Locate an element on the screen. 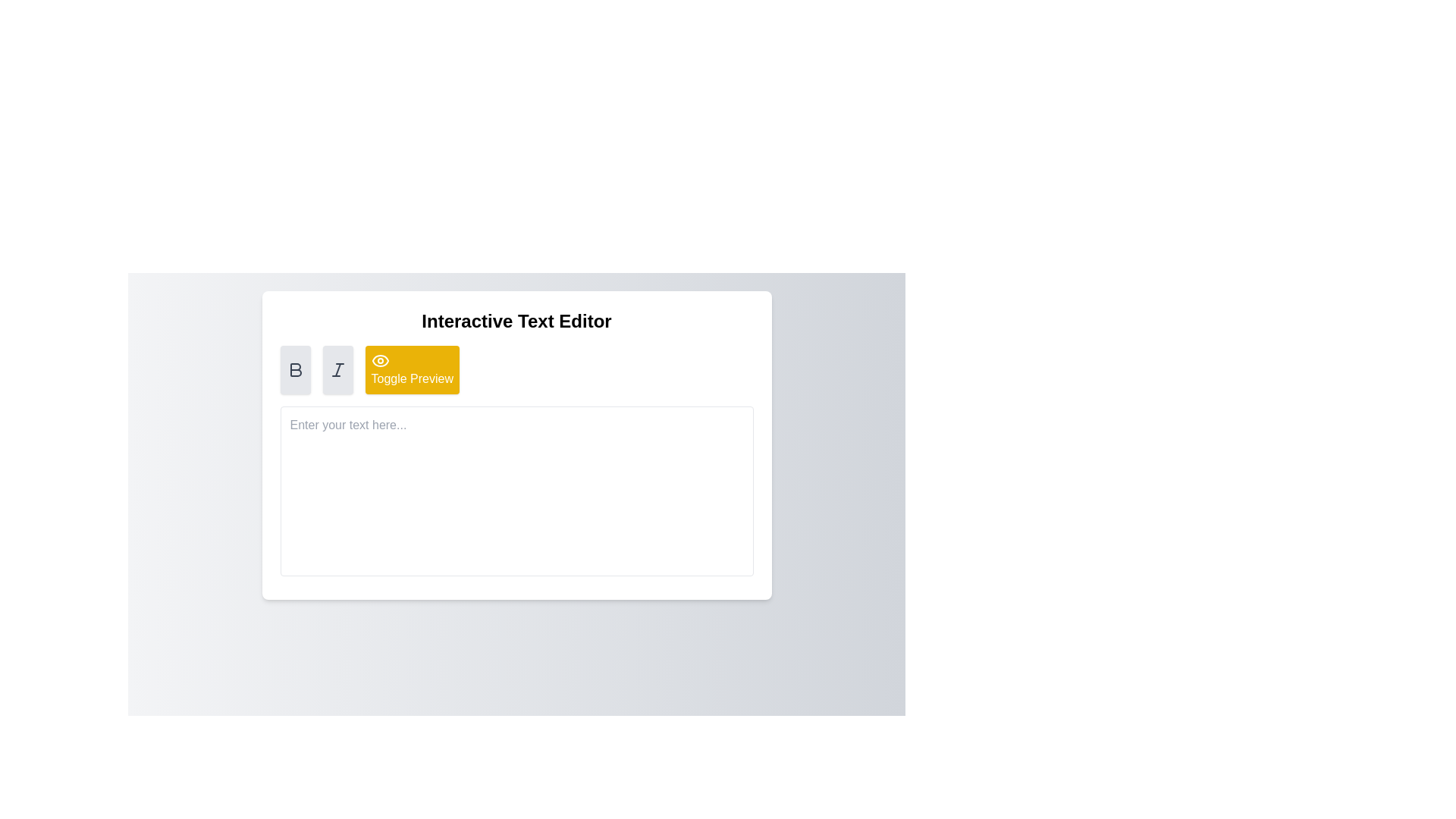 This screenshot has width=1456, height=819. the bold formatting button located in the upper-left segment of the text formatting panel is located at coordinates (295, 370).